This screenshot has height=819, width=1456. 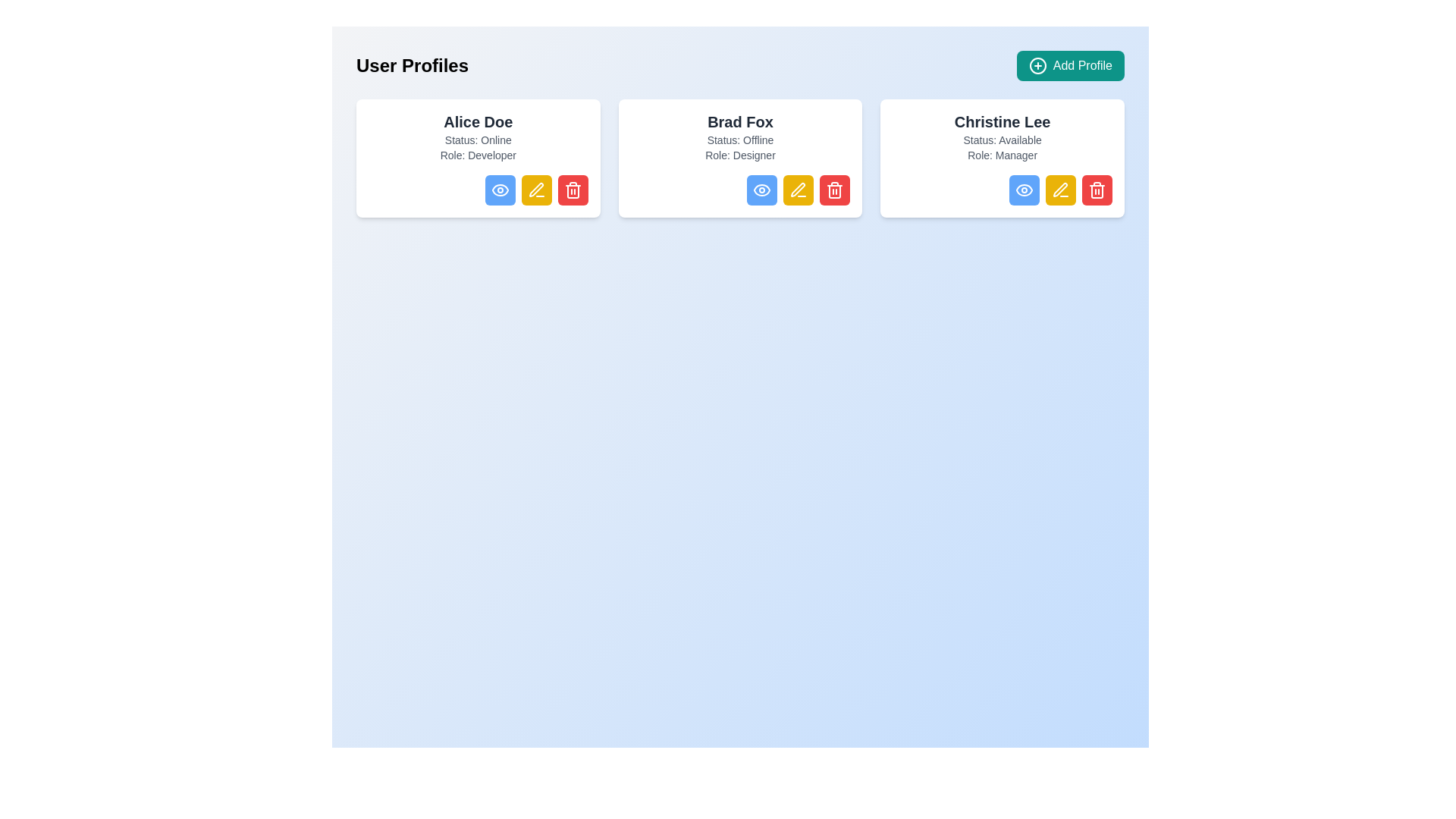 I want to click on the red button with a white trash icon located at the bottom-right corner of Christine Lee's profile, so click(x=1097, y=189).